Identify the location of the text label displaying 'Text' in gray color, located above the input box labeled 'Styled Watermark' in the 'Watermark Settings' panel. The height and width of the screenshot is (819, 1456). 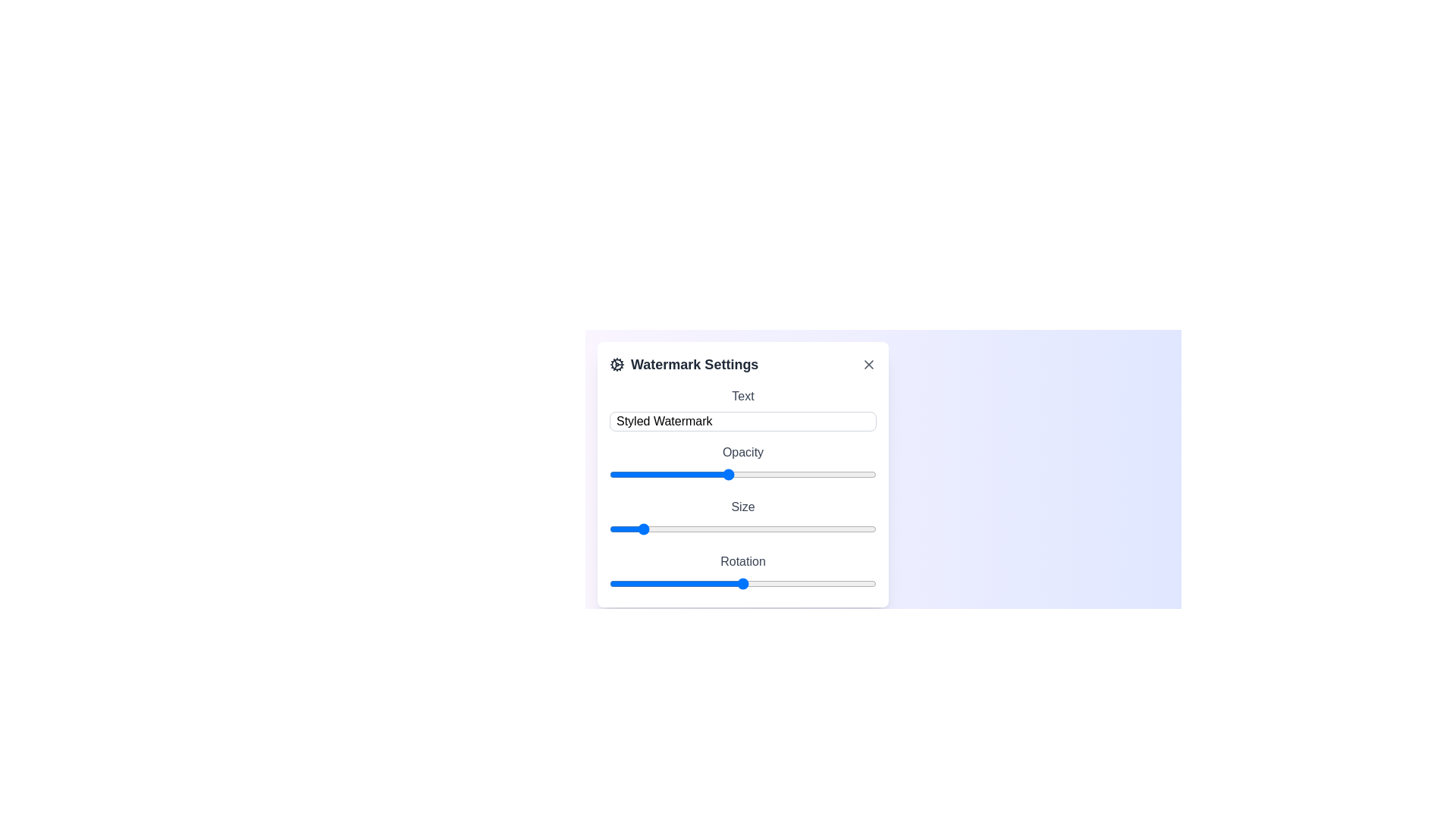
(742, 396).